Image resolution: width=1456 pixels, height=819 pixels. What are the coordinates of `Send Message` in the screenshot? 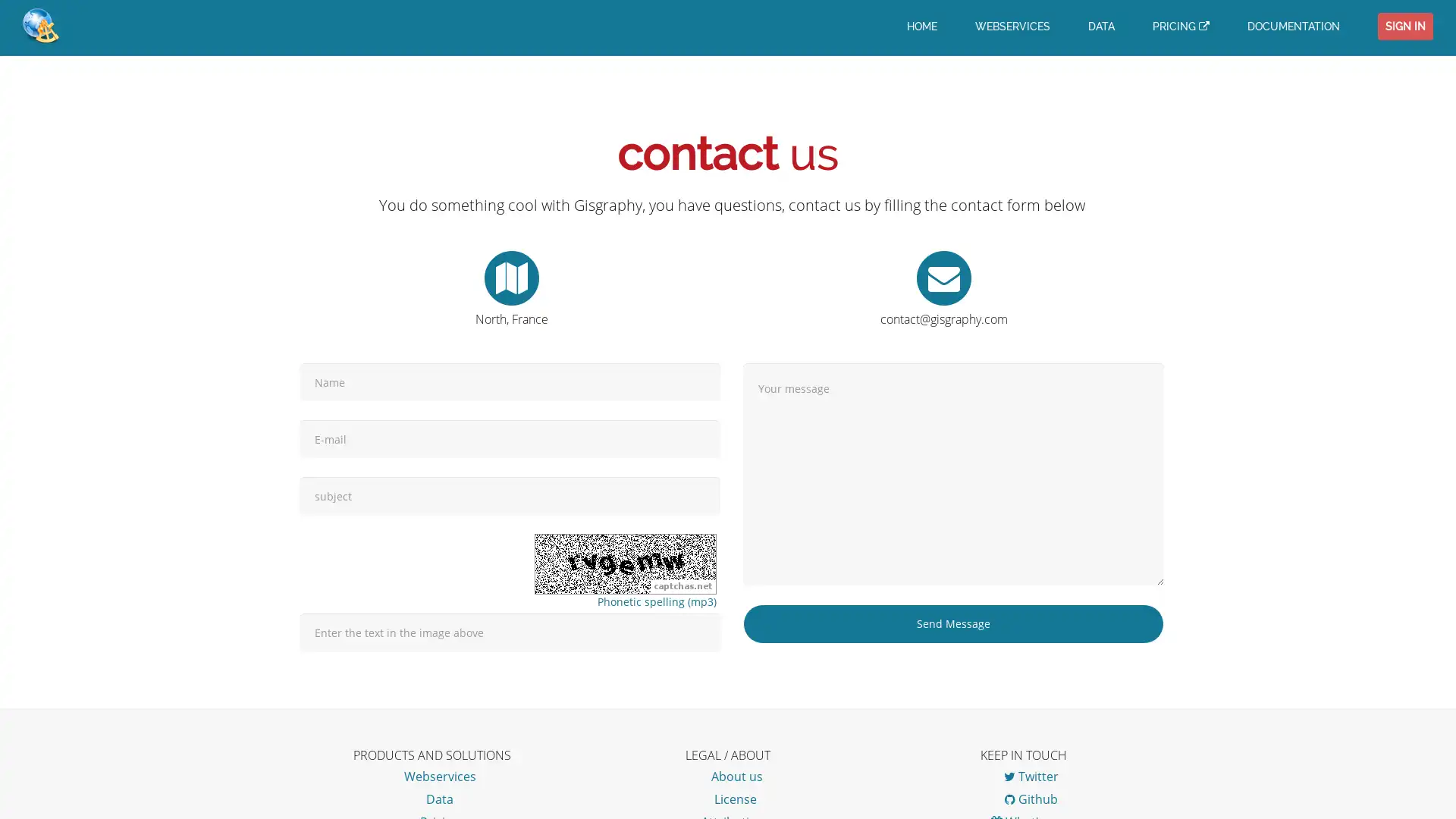 It's located at (952, 623).